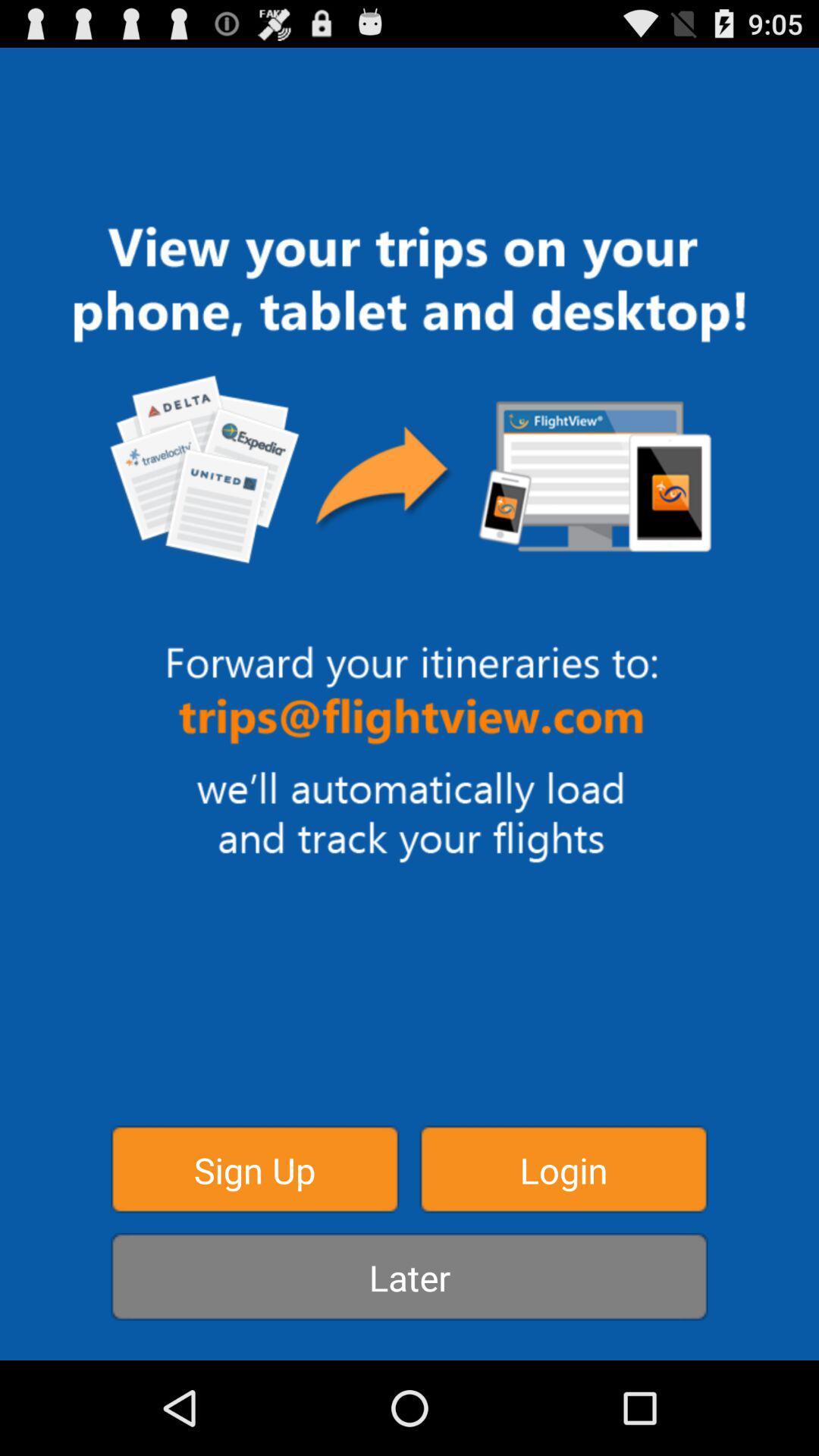 Image resolution: width=819 pixels, height=1456 pixels. I want to click on button to the right of the sign up, so click(563, 1168).